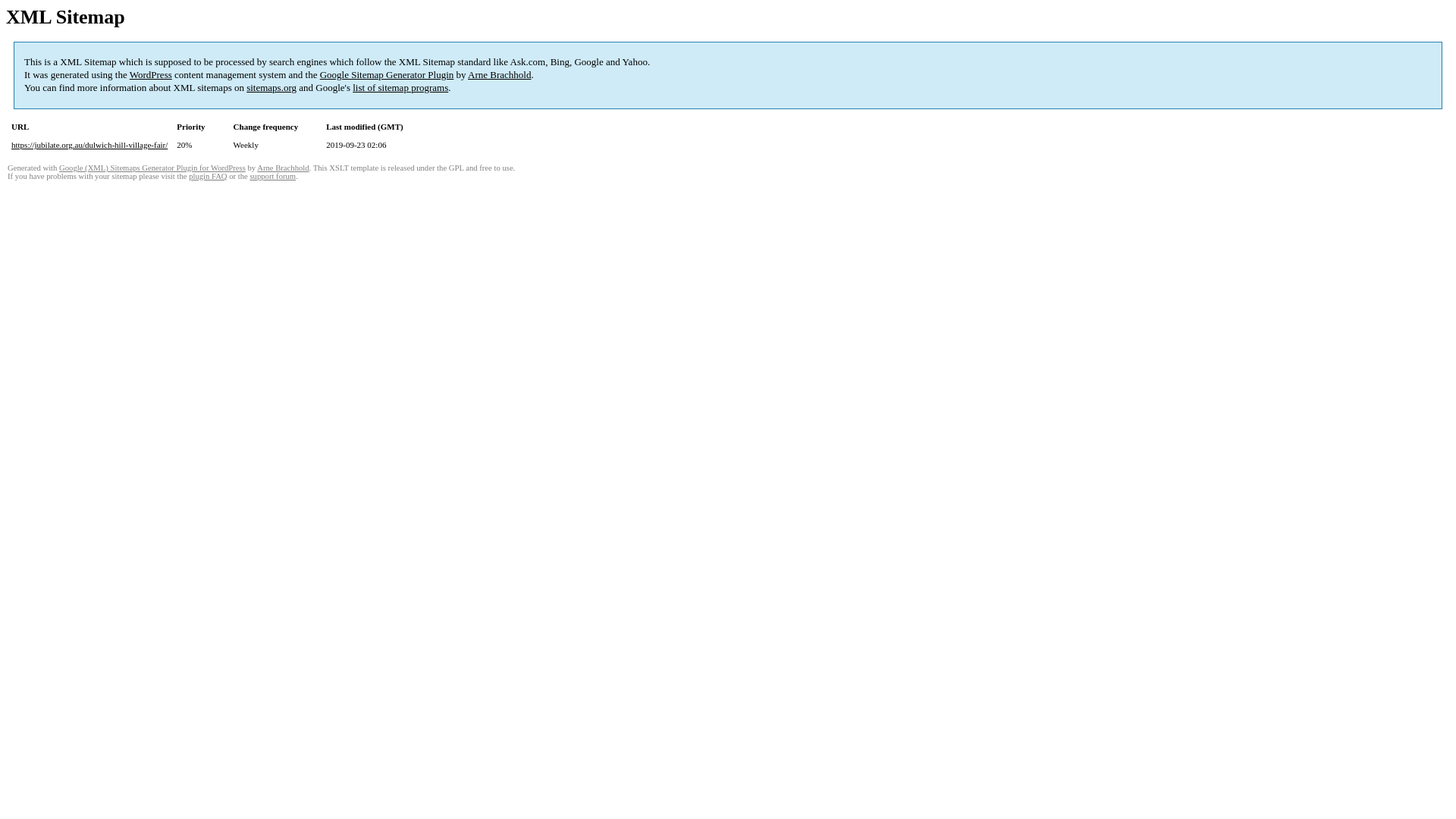 This screenshot has height=819, width=1456. Describe the element at coordinates (11, 145) in the screenshot. I see `'https://jubilate.org.au/dulwich-hill-village-fair/'` at that location.